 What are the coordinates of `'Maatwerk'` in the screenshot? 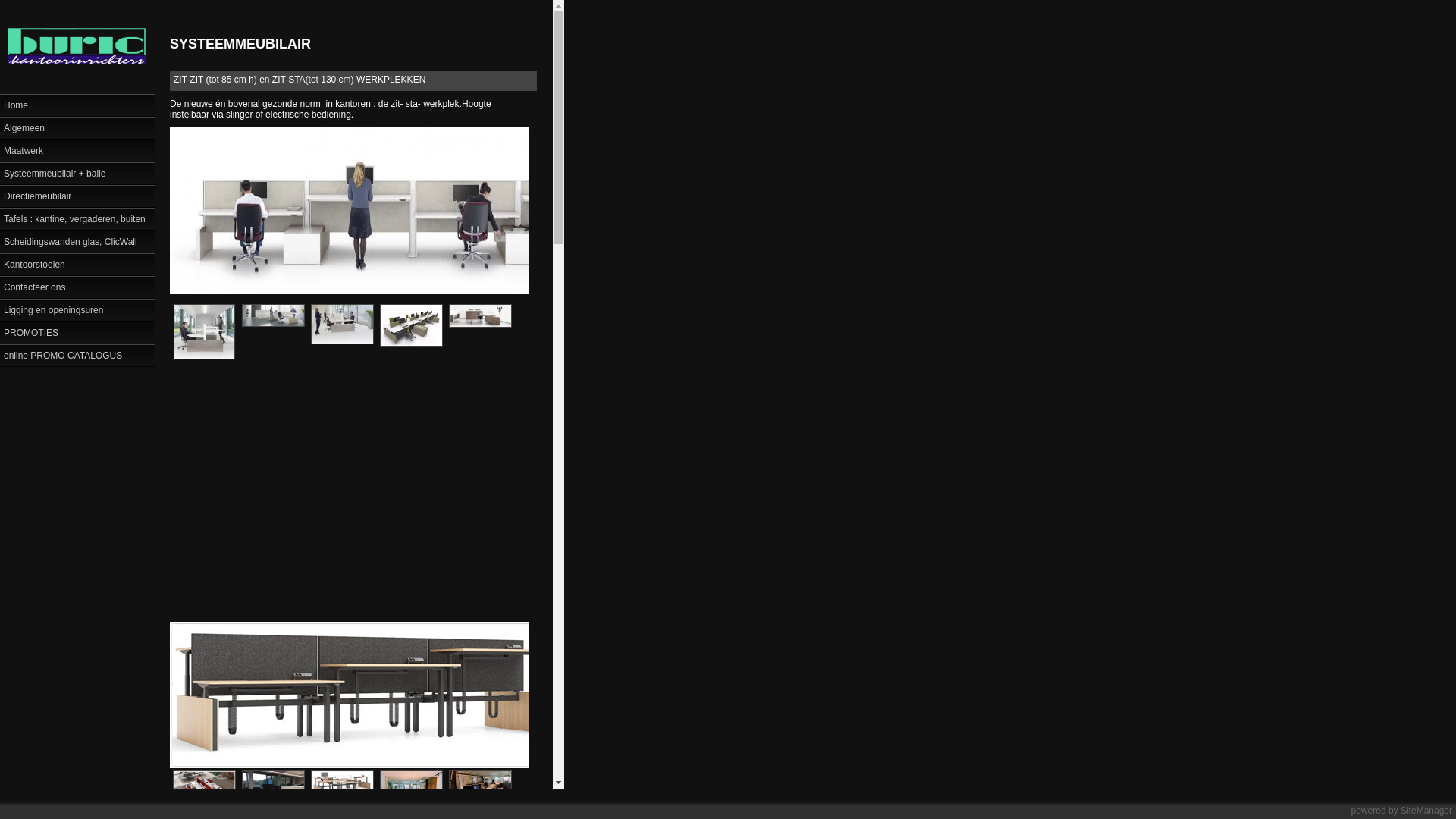 It's located at (0, 149).